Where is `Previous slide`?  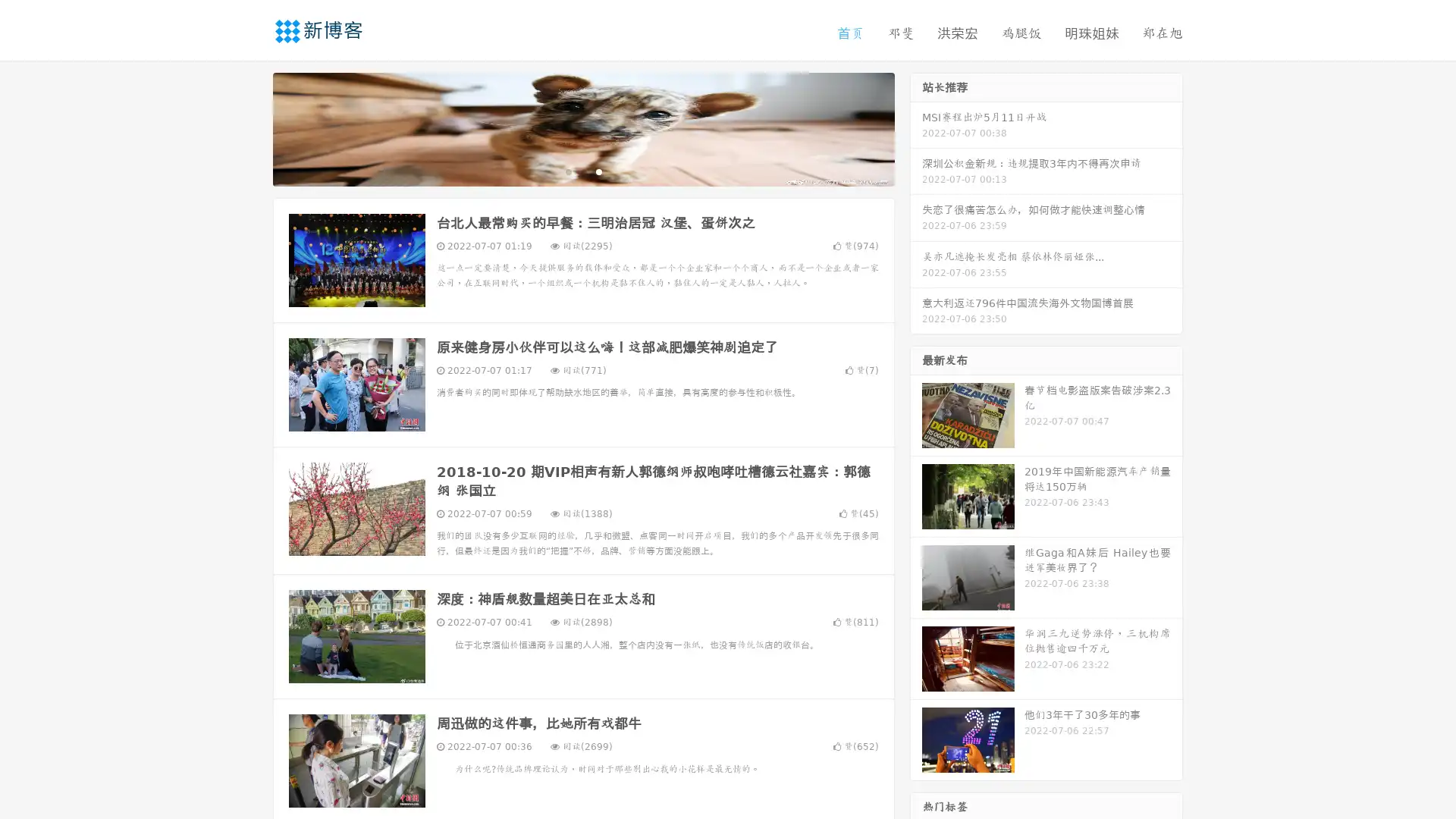 Previous slide is located at coordinates (250, 127).